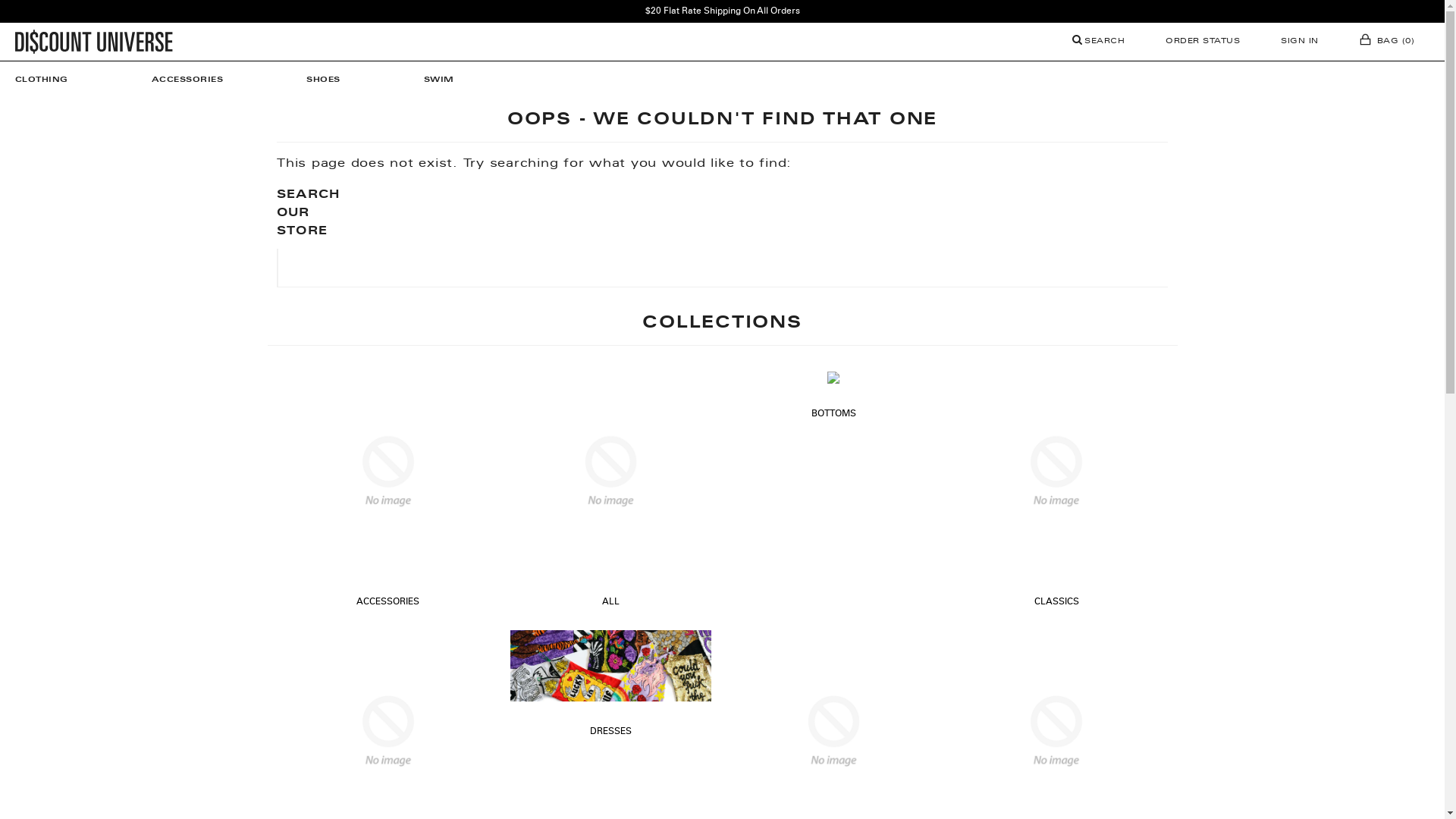 This screenshot has height=819, width=1456. Describe the element at coordinates (1201, 40) in the screenshot. I see `'ORDER STATUS'` at that location.